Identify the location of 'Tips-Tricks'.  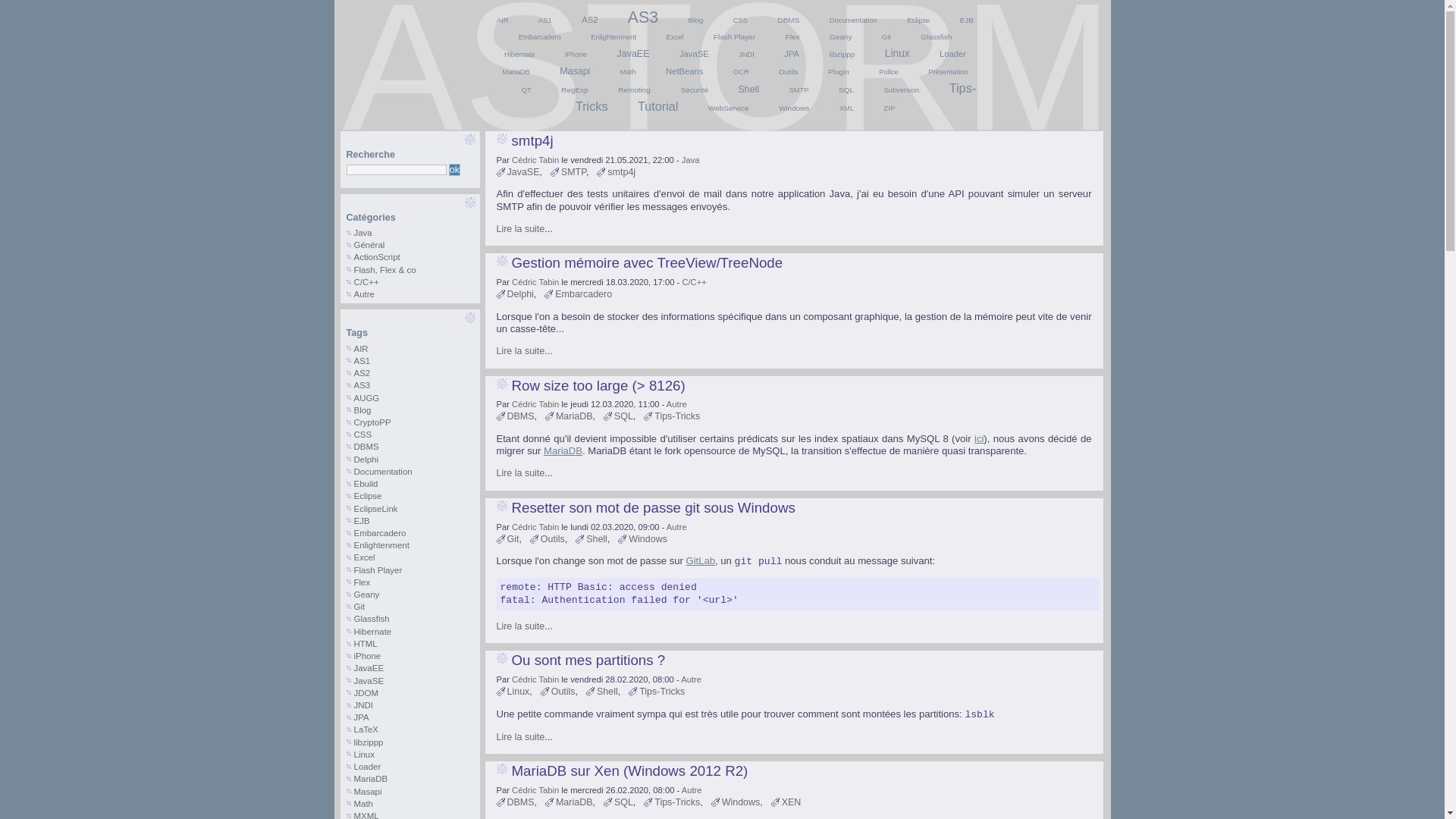
(676, 416).